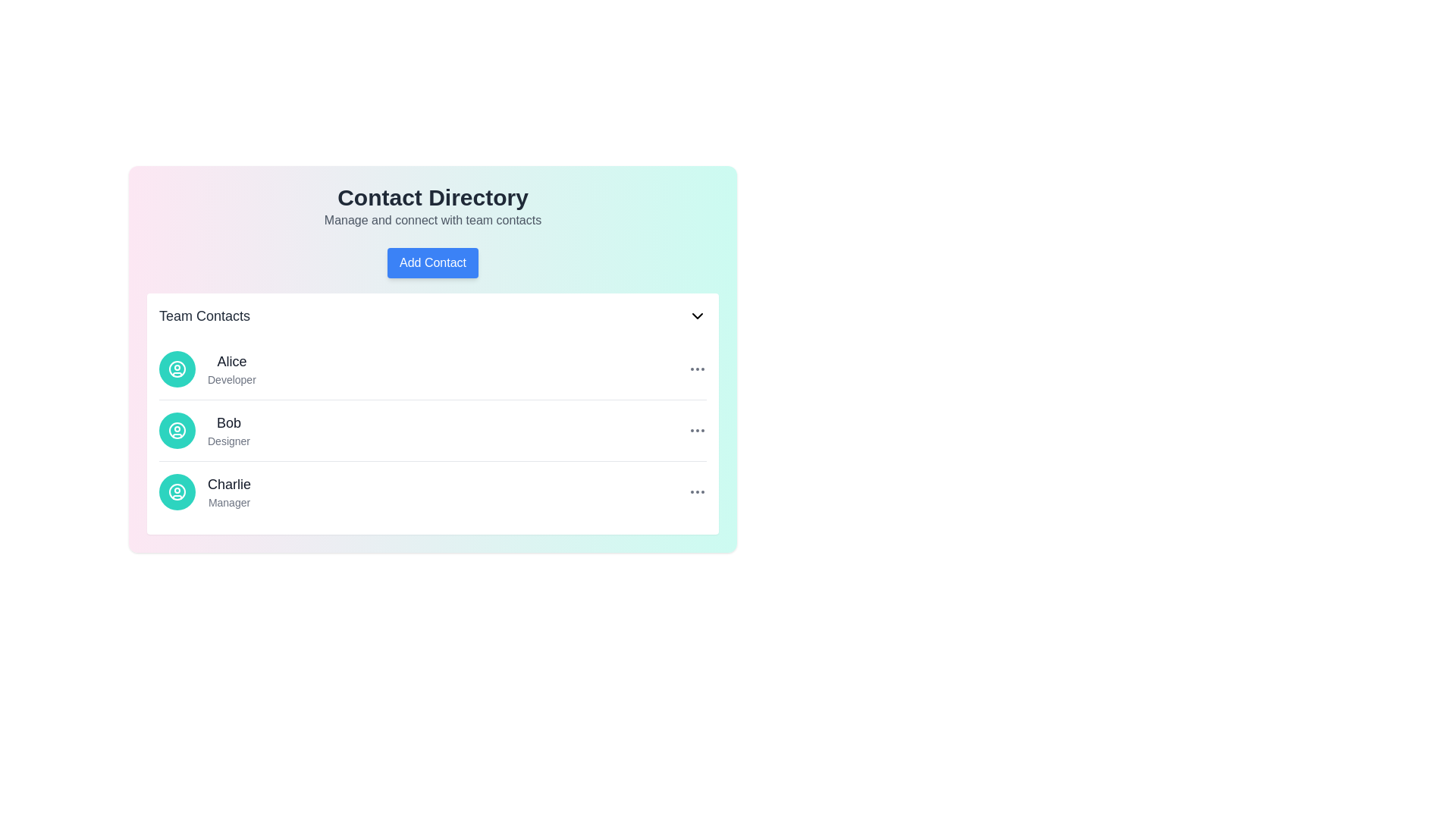  I want to click on the text label displaying the name of the third contact in the 'Team Contacts' section, which is positioned beneath 'Alice' and 'Bob', so click(228, 485).